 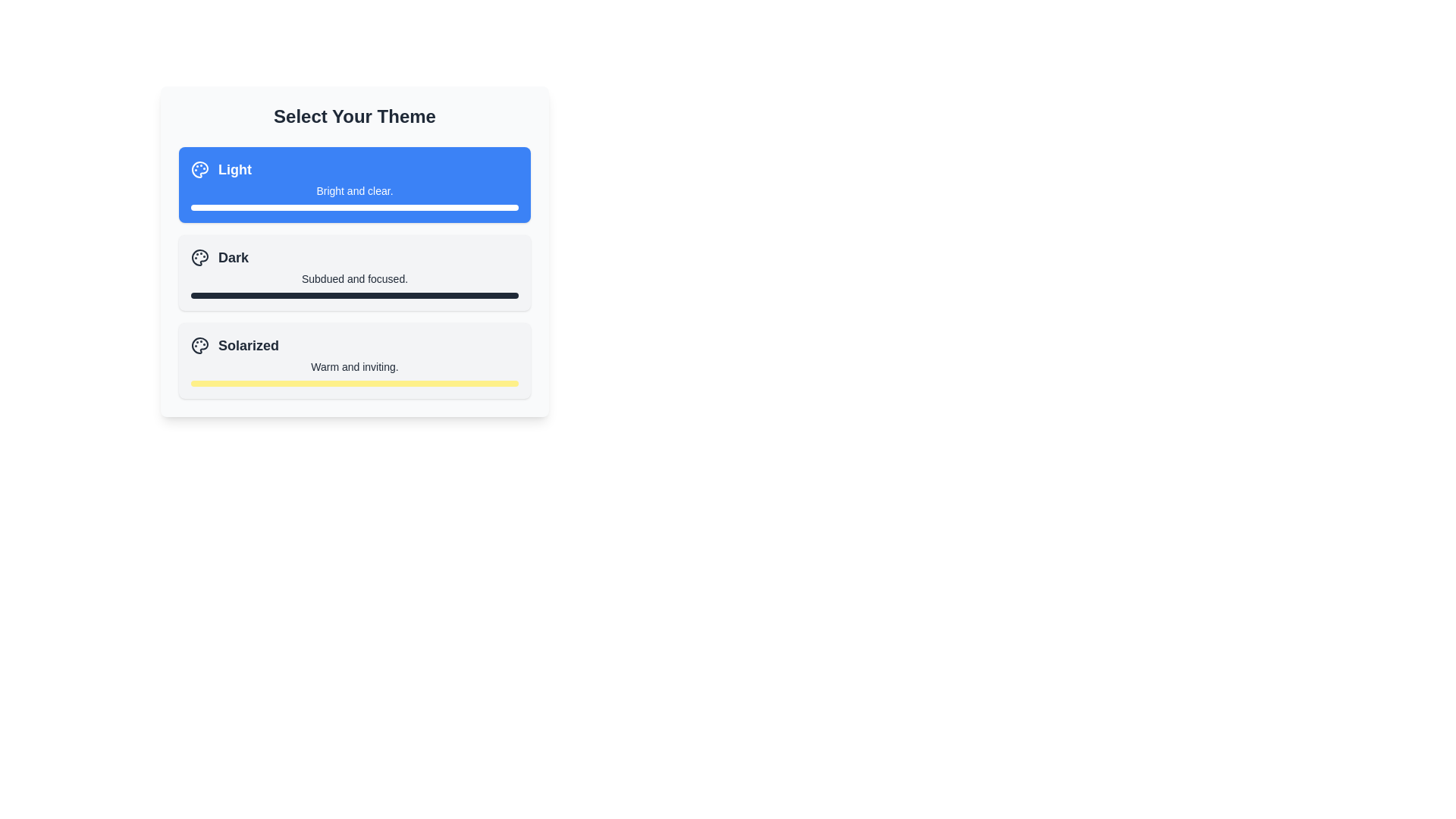 I want to click on the decorative icon representing the 'Light' theme option, located to the left of the 'Light' text label, so click(x=199, y=169).